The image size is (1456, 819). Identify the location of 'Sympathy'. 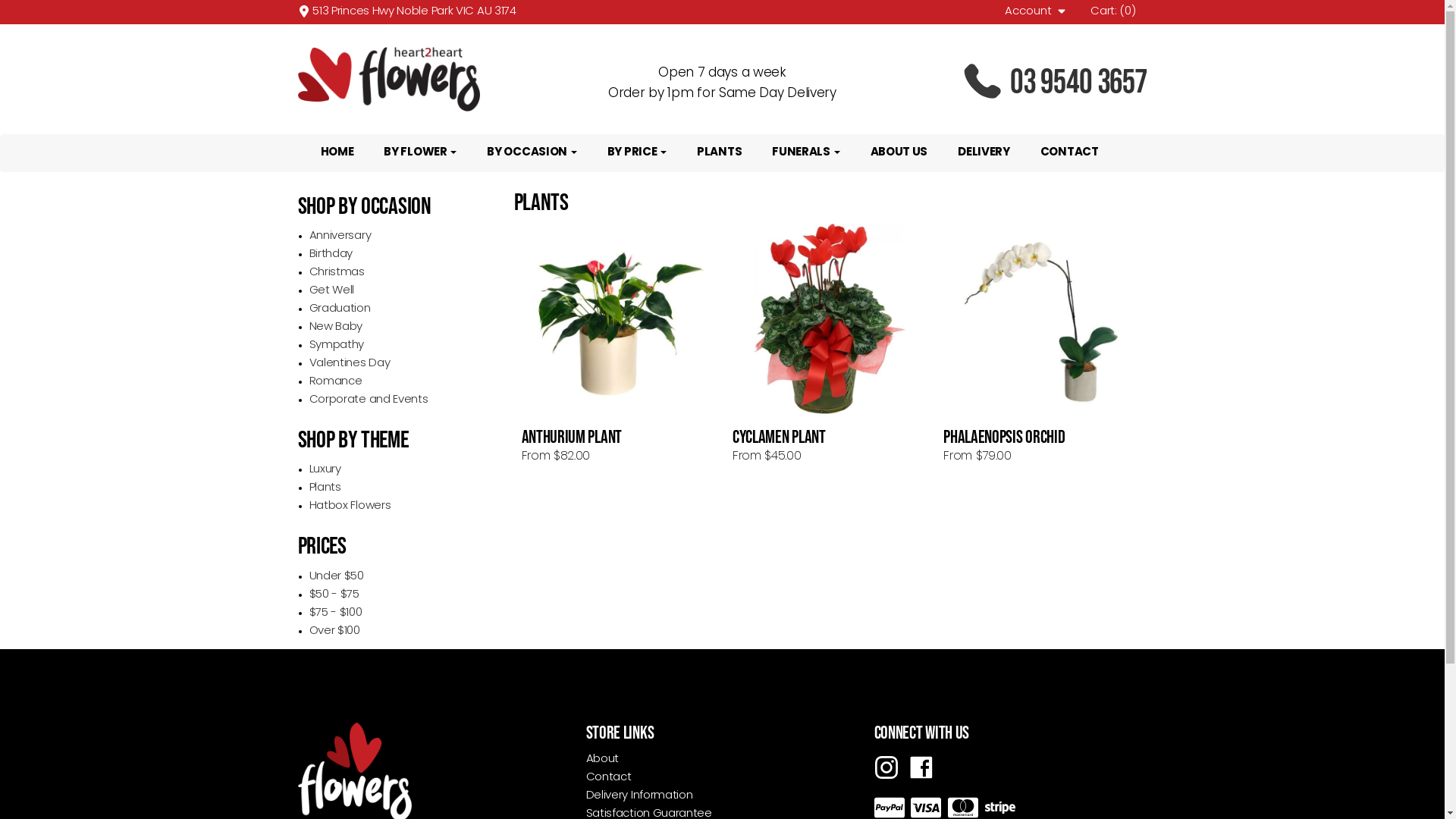
(336, 345).